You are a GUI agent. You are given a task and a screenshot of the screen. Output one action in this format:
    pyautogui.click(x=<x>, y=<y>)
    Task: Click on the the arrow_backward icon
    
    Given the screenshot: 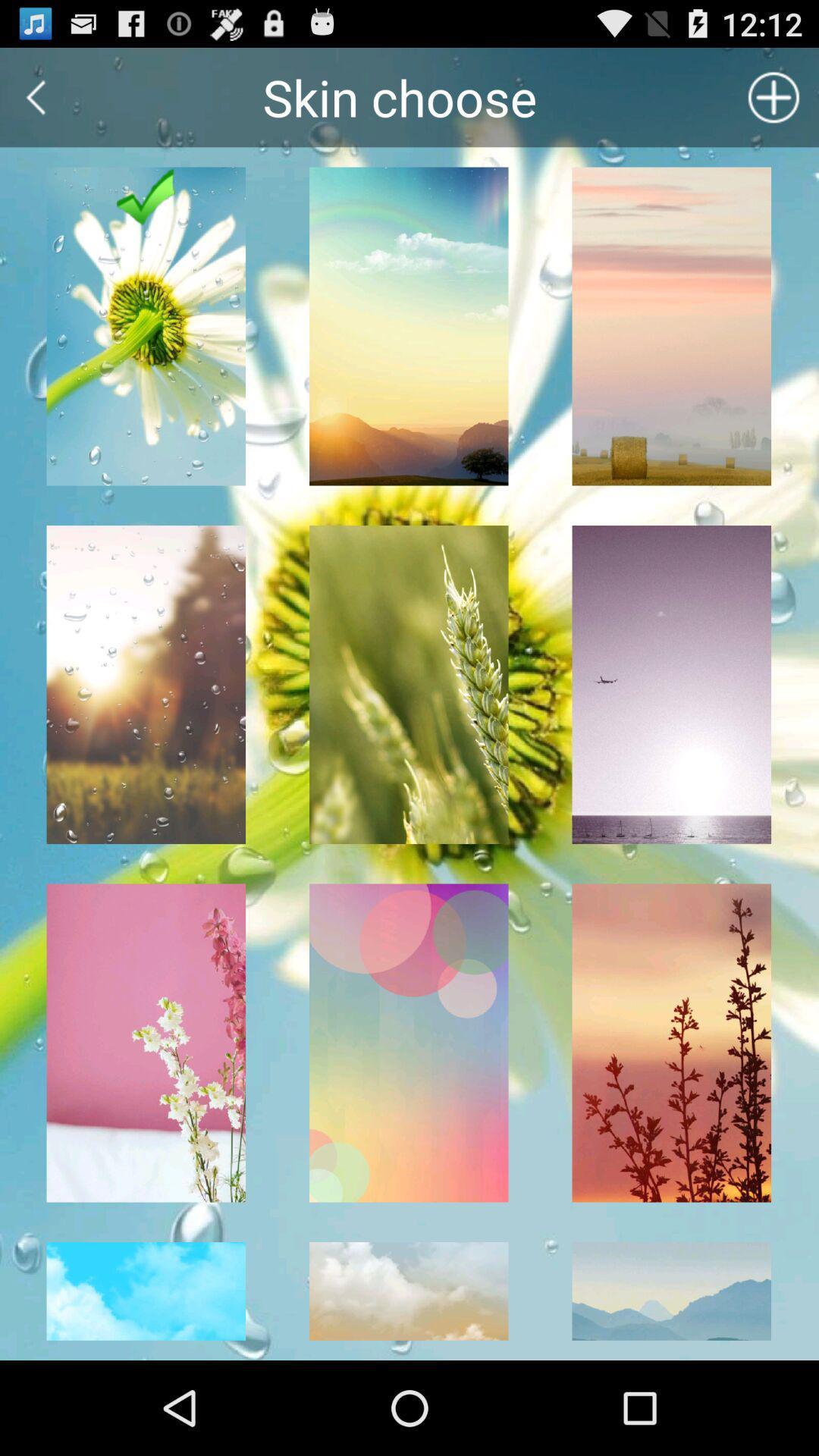 What is the action you would take?
    pyautogui.click(x=35, y=103)
    